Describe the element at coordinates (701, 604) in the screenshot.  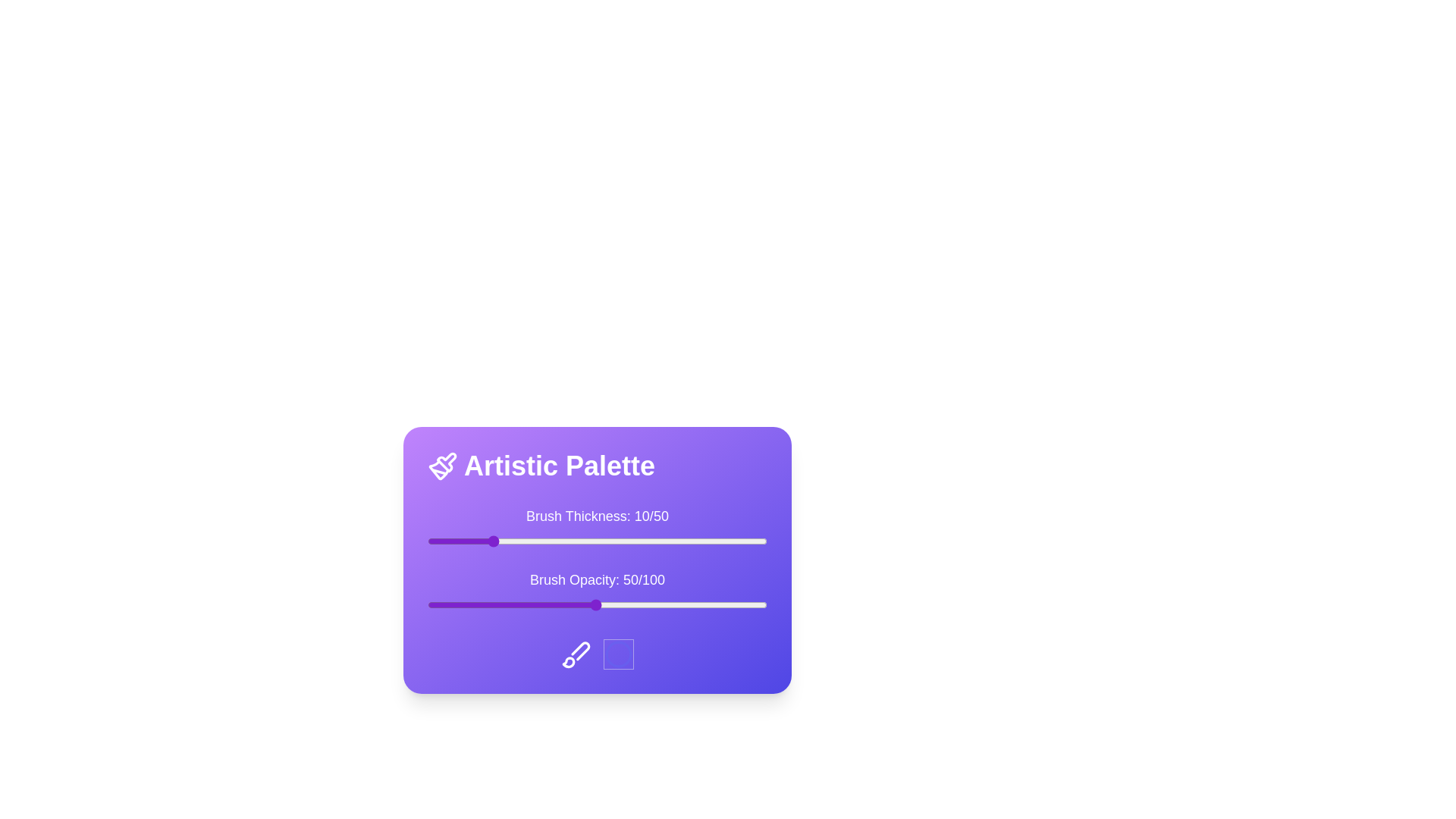
I see `the 'Brush Opacity' slider to set the opacity to 81%` at that location.